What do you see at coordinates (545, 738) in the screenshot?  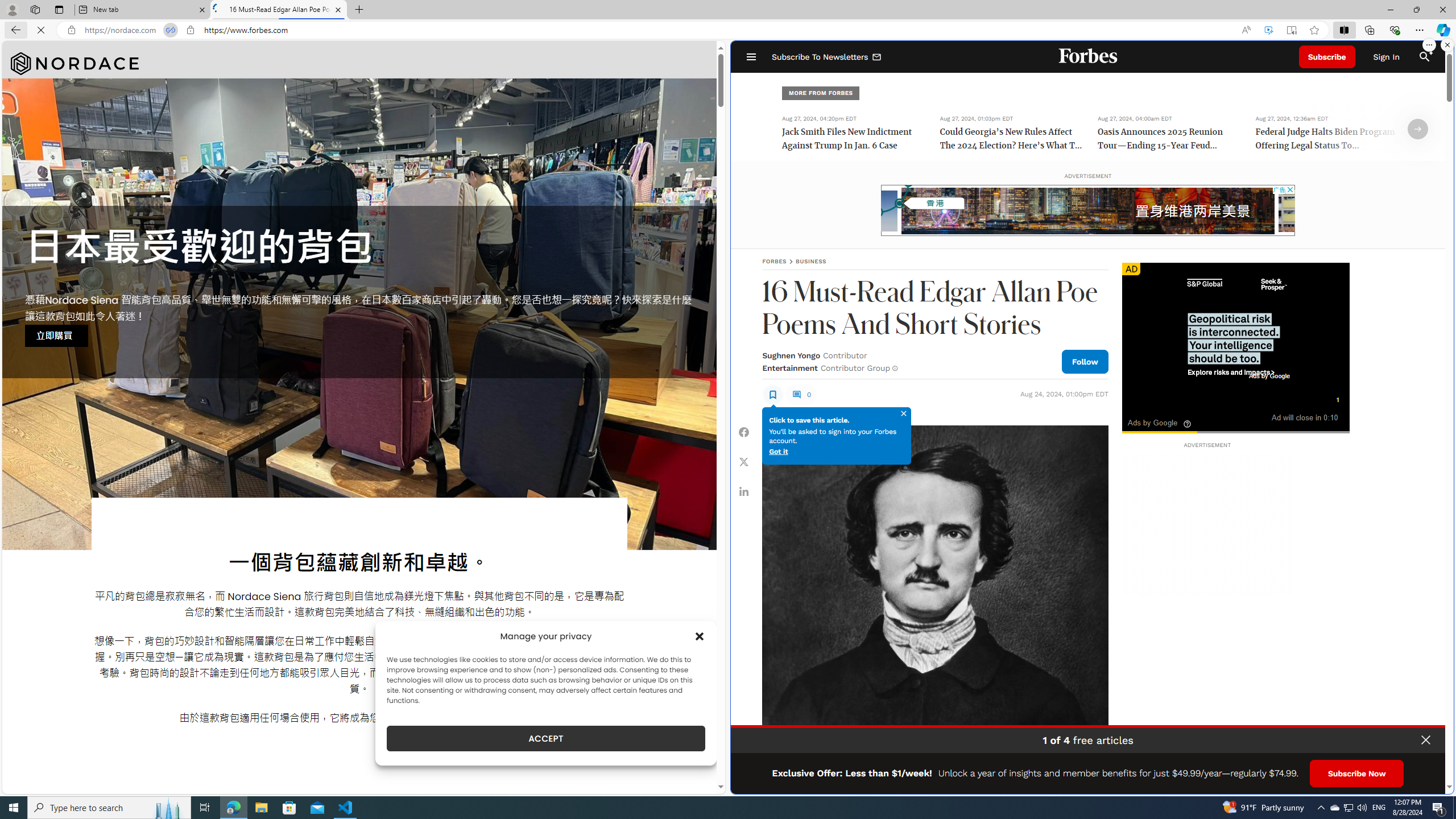 I see `'ACCEPT'` at bounding box center [545, 738].